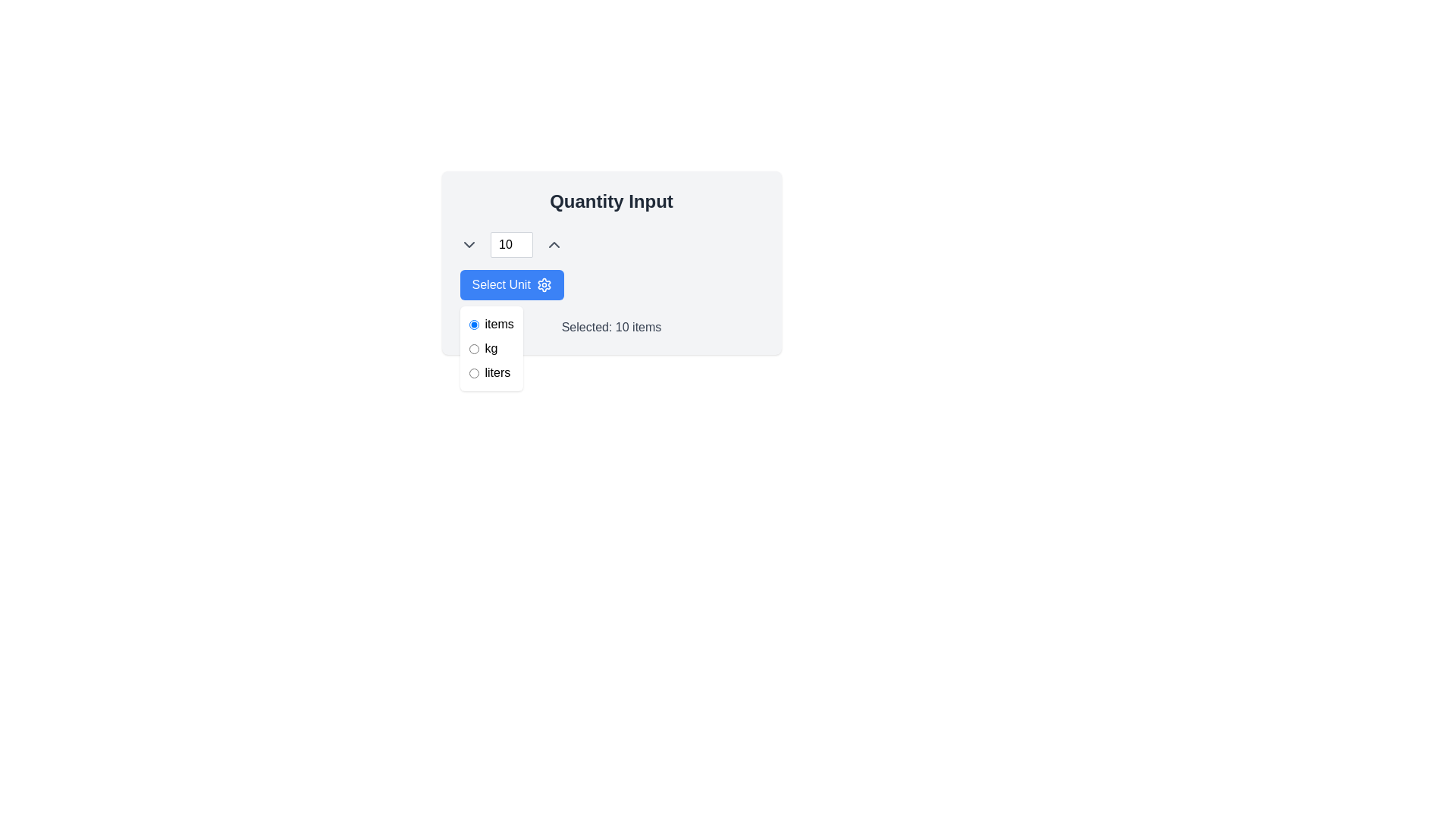 This screenshot has width=1456, height=819. Describe the element at coordinates (544, 284) in the screenshot. I see `the settings icon located to the right of the 'Select Unit' text within a blue rectangular button` at that location.